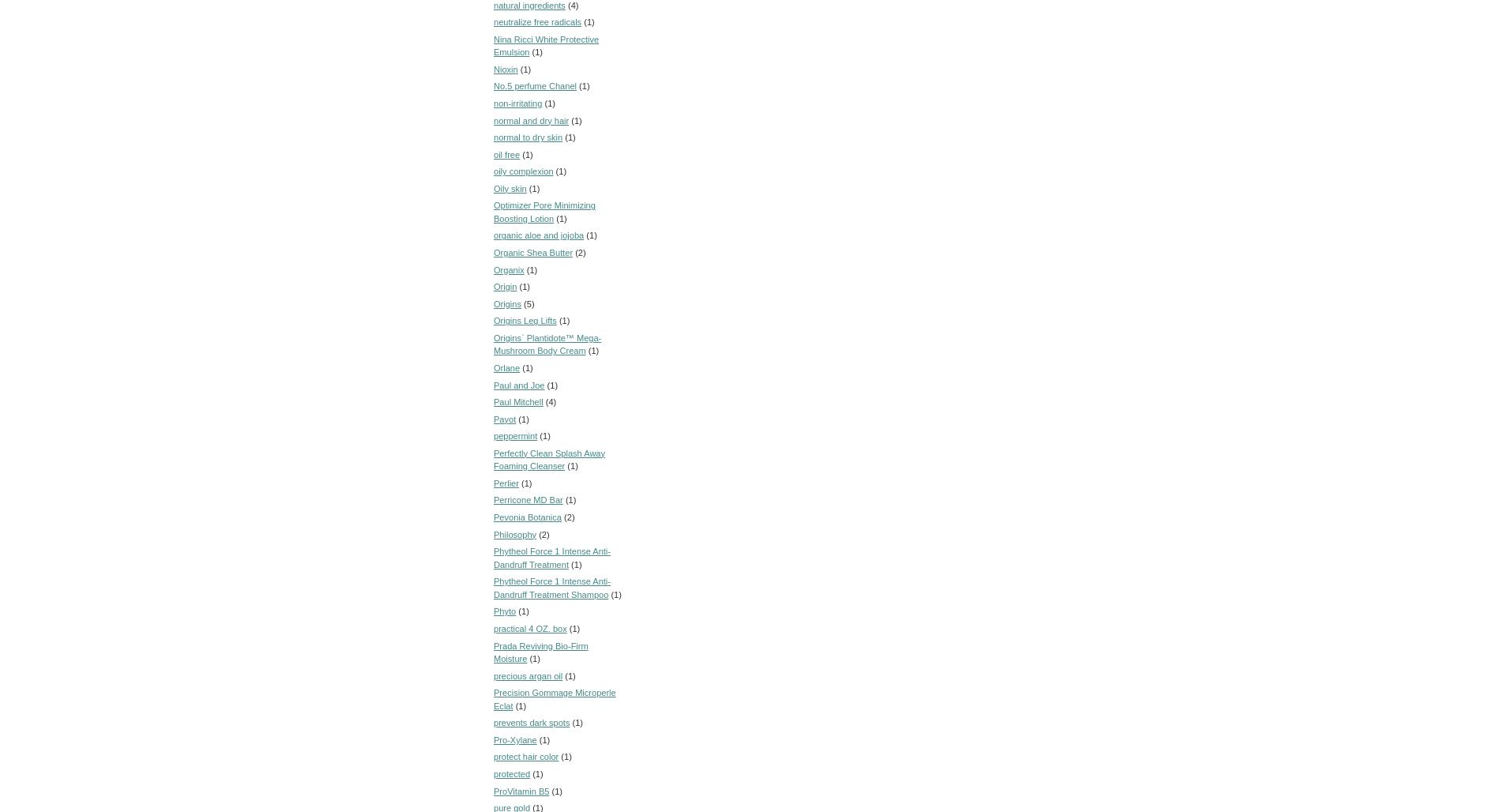 The image size is (1501, 812). What do you see at coordinates (517, 103) in the screenshot?
I see `'non-irritating'` at bounding box center [517, 103].